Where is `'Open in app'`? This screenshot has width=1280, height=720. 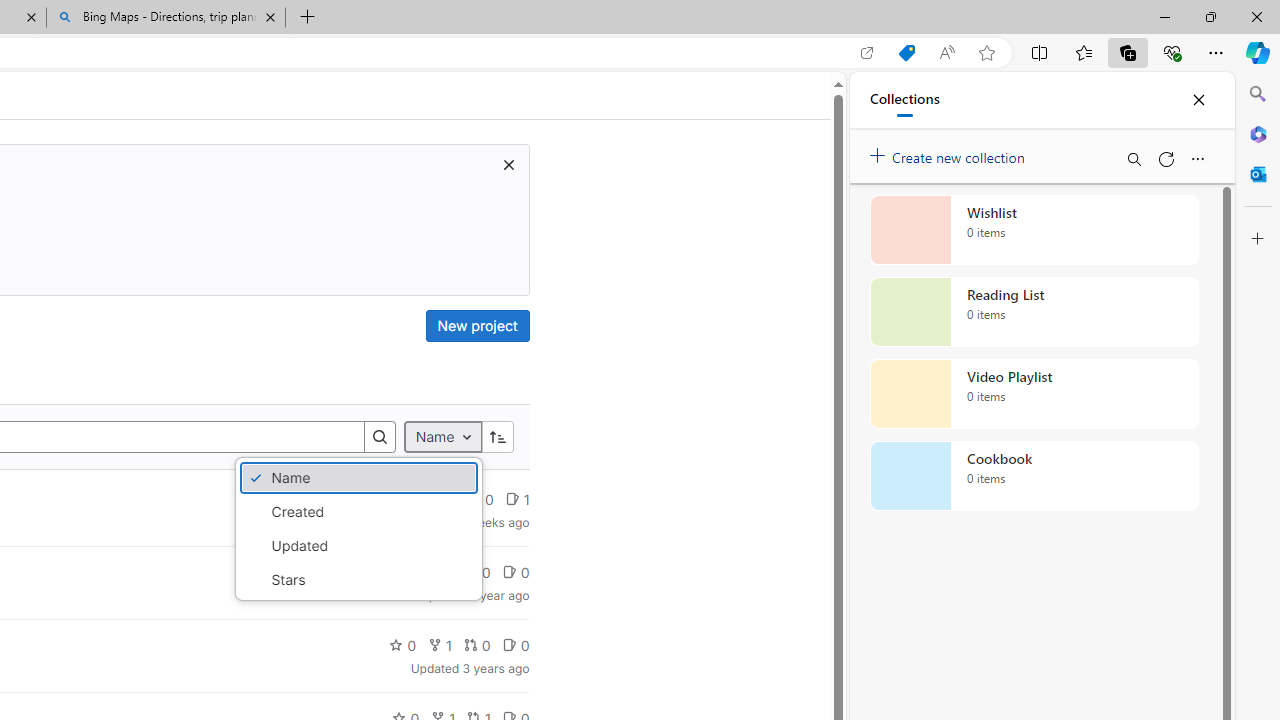 'Open in app' is located at coordinates (867, 52).